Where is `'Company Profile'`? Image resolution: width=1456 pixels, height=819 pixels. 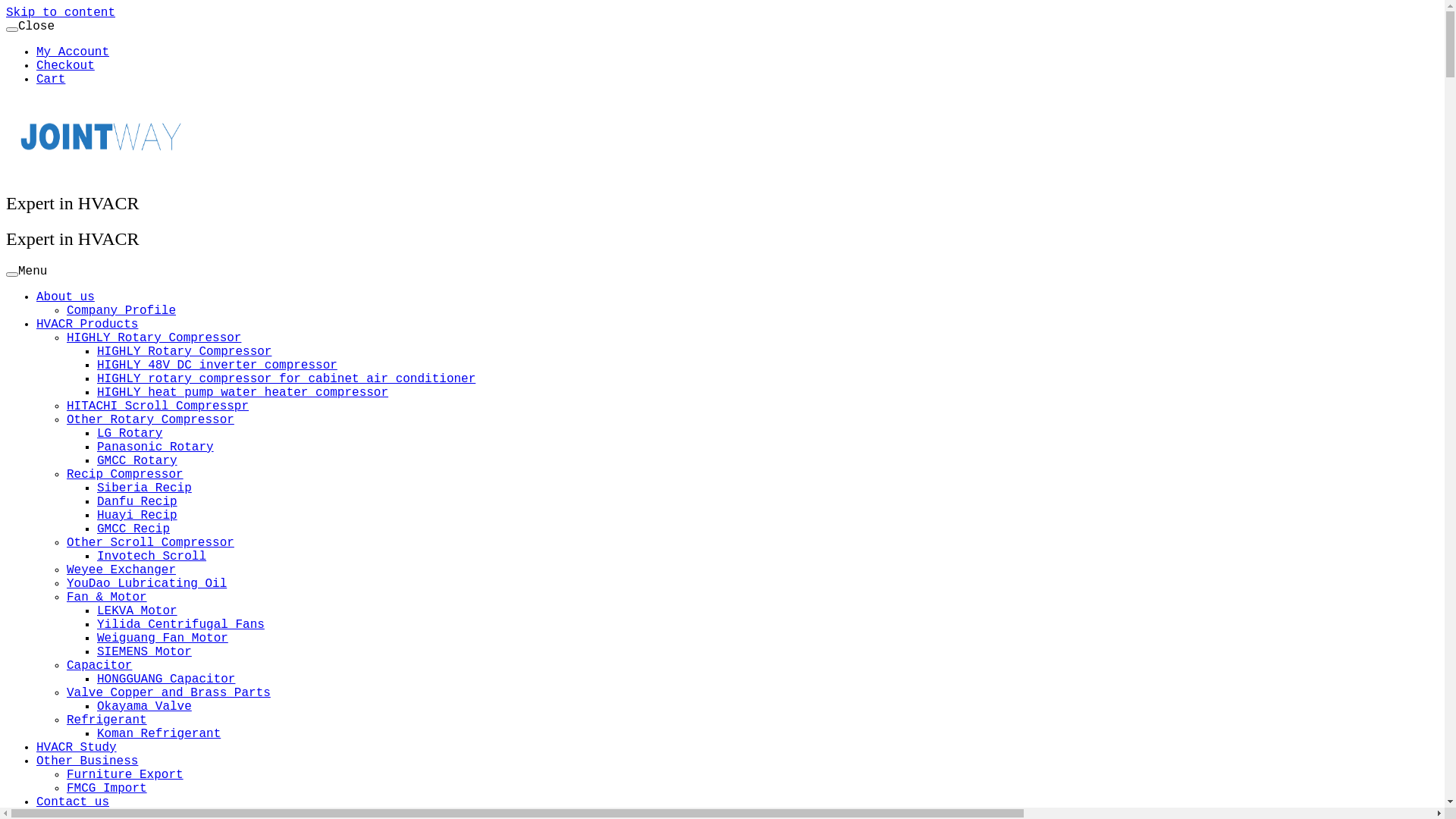
'Company Profile' is located at coordinates (120, 309).